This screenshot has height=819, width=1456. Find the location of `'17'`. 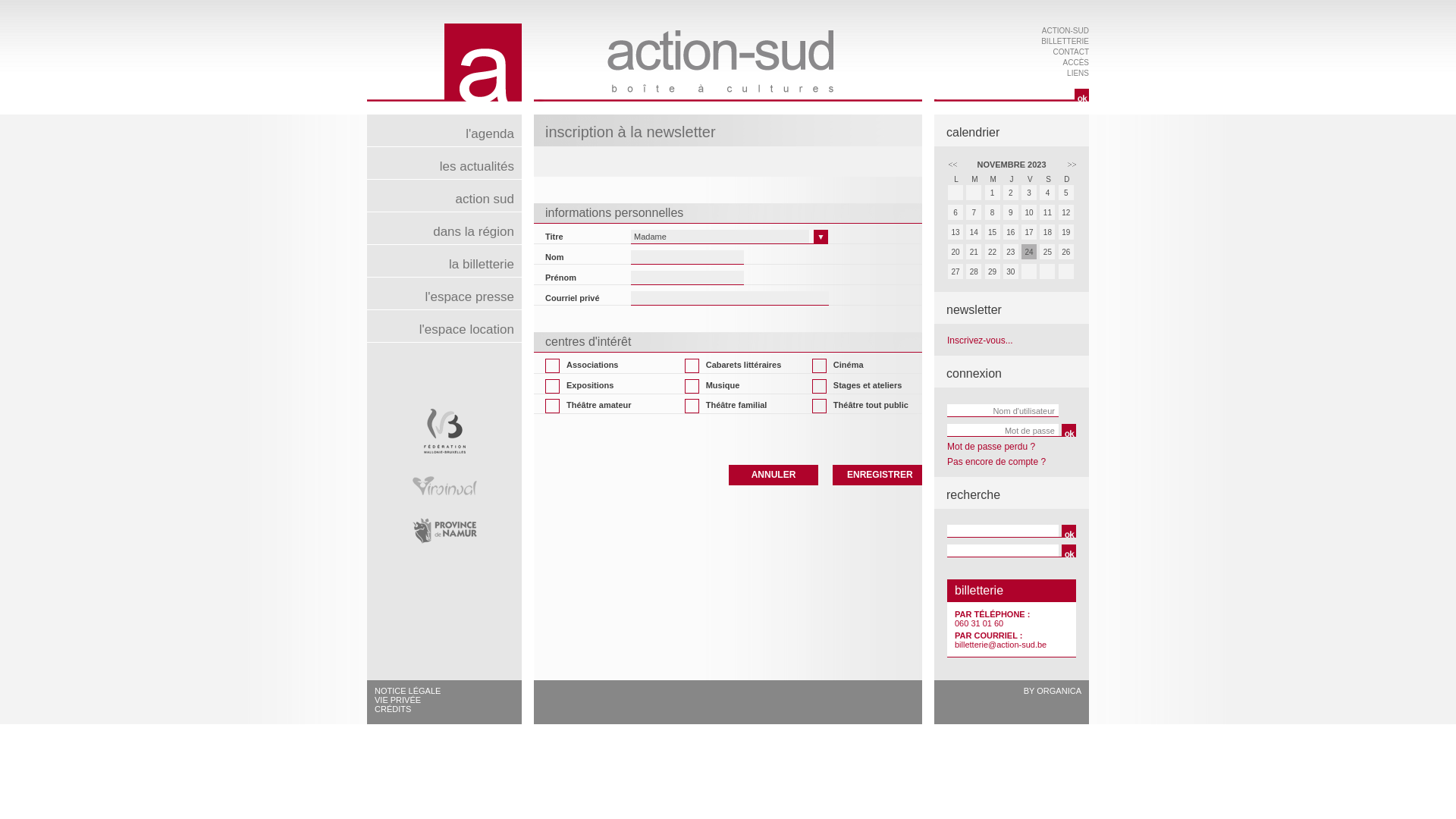

'17' is located at coordinates (1021, 231).